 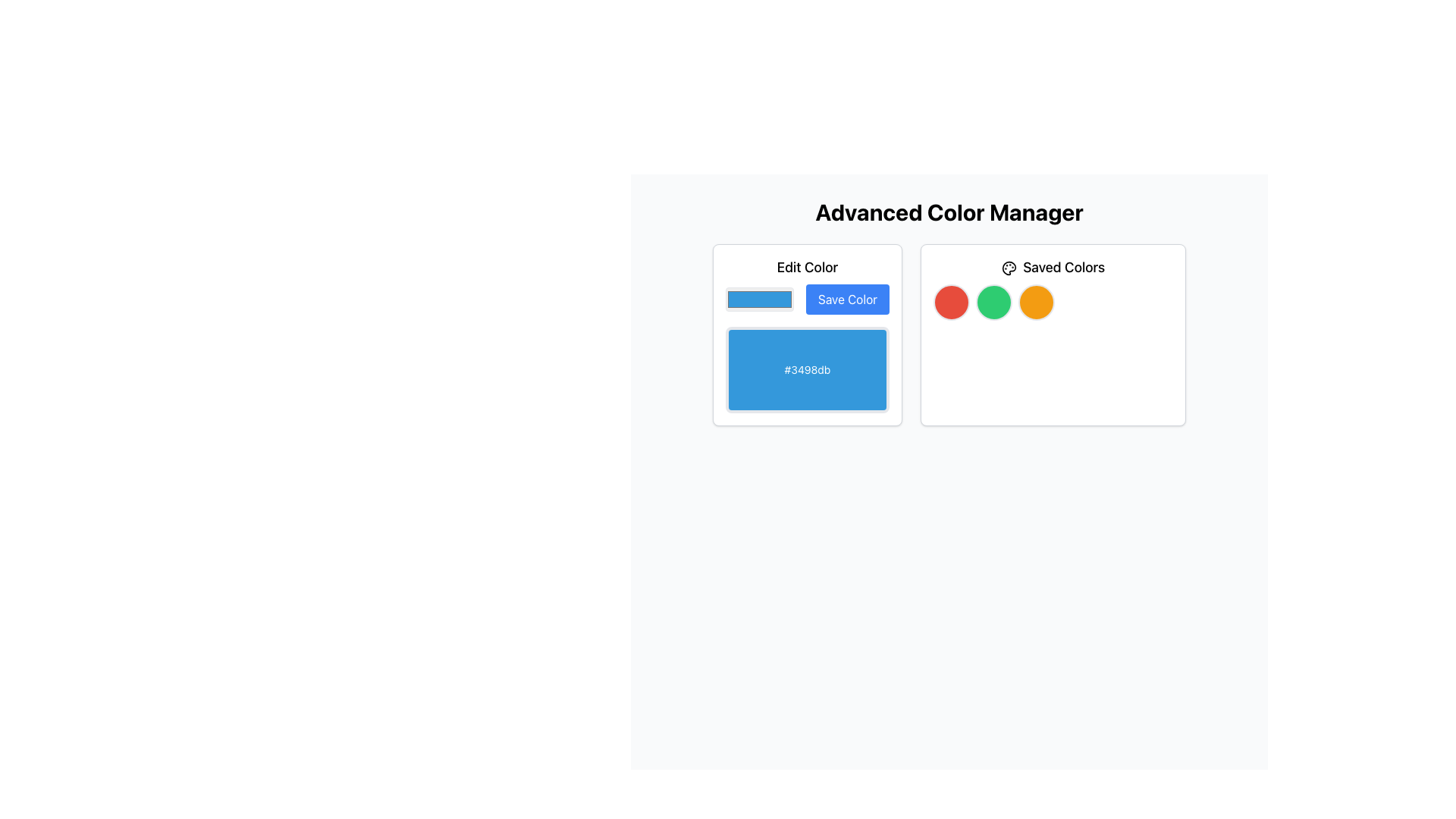 I want to click on the non-interactive text label displaying the hexadecimal color code '#3498db' located in the 'Edit Color' section of the interface, so click(x=807, y=370).